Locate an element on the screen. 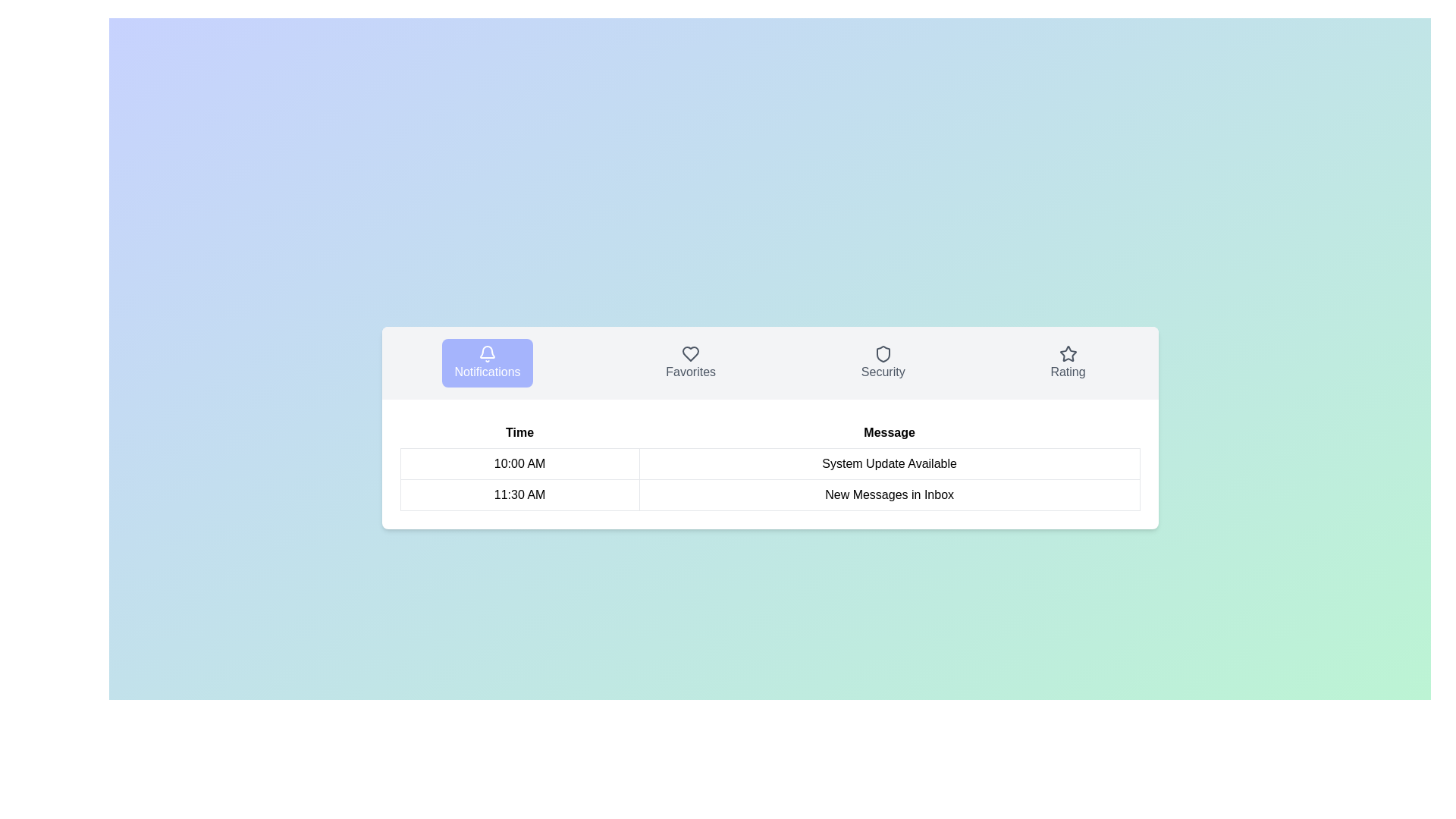 The image size is (1456, 819). the static text label displaying the notification message 'System Update Available' located in the 'Message' column of the table, specifically in the row for '10:00 AM' is located at coordinates (890, 463).